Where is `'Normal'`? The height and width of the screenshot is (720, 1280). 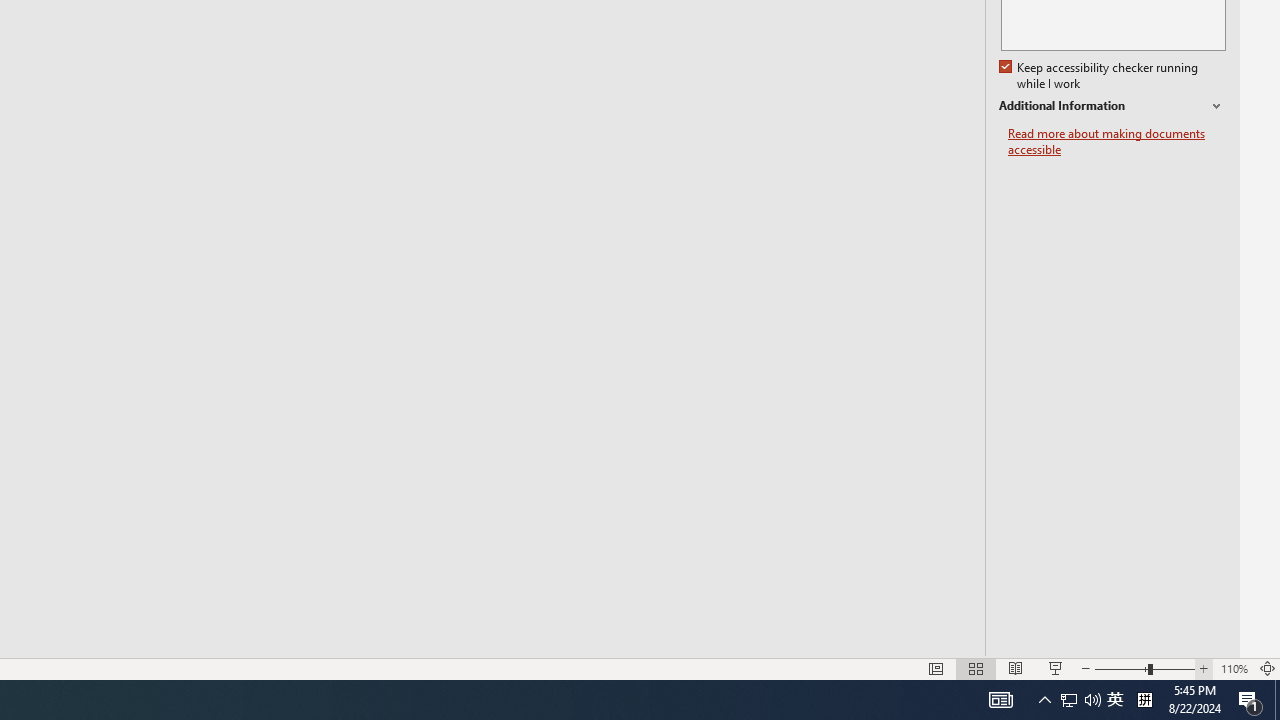 'Normal' is located at coordinates (935, 669).